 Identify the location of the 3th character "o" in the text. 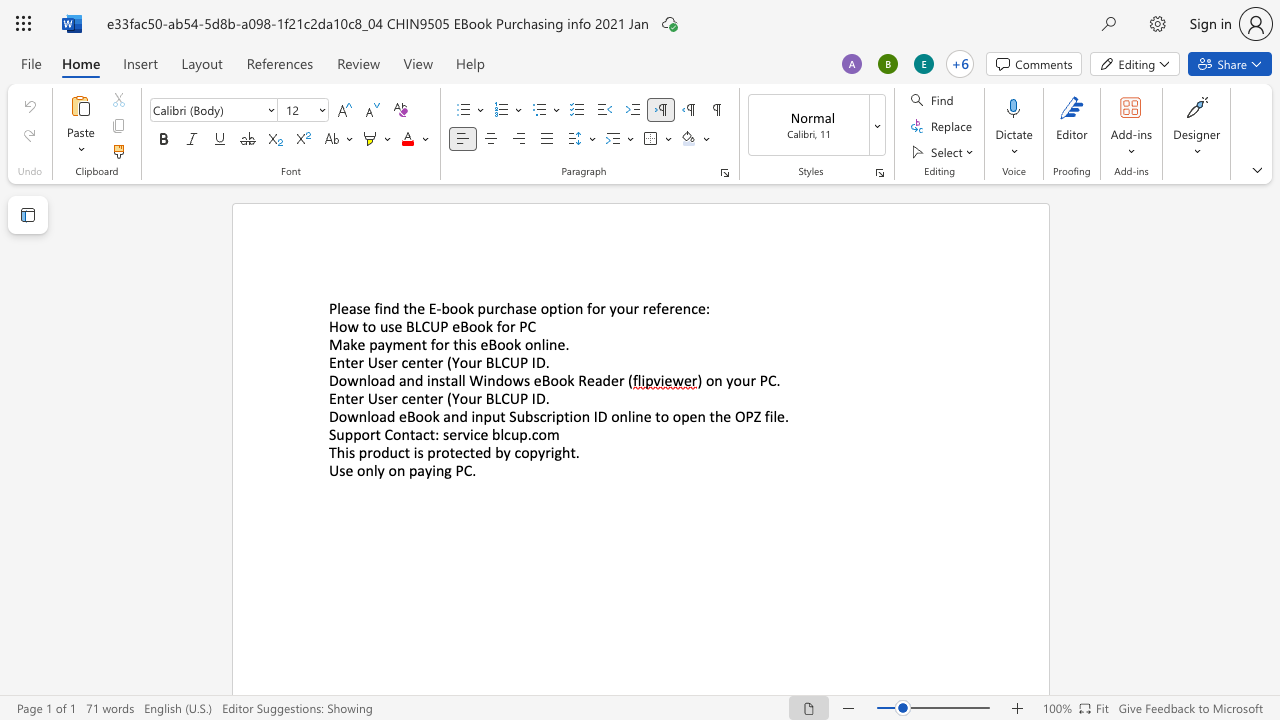
(472, 325).